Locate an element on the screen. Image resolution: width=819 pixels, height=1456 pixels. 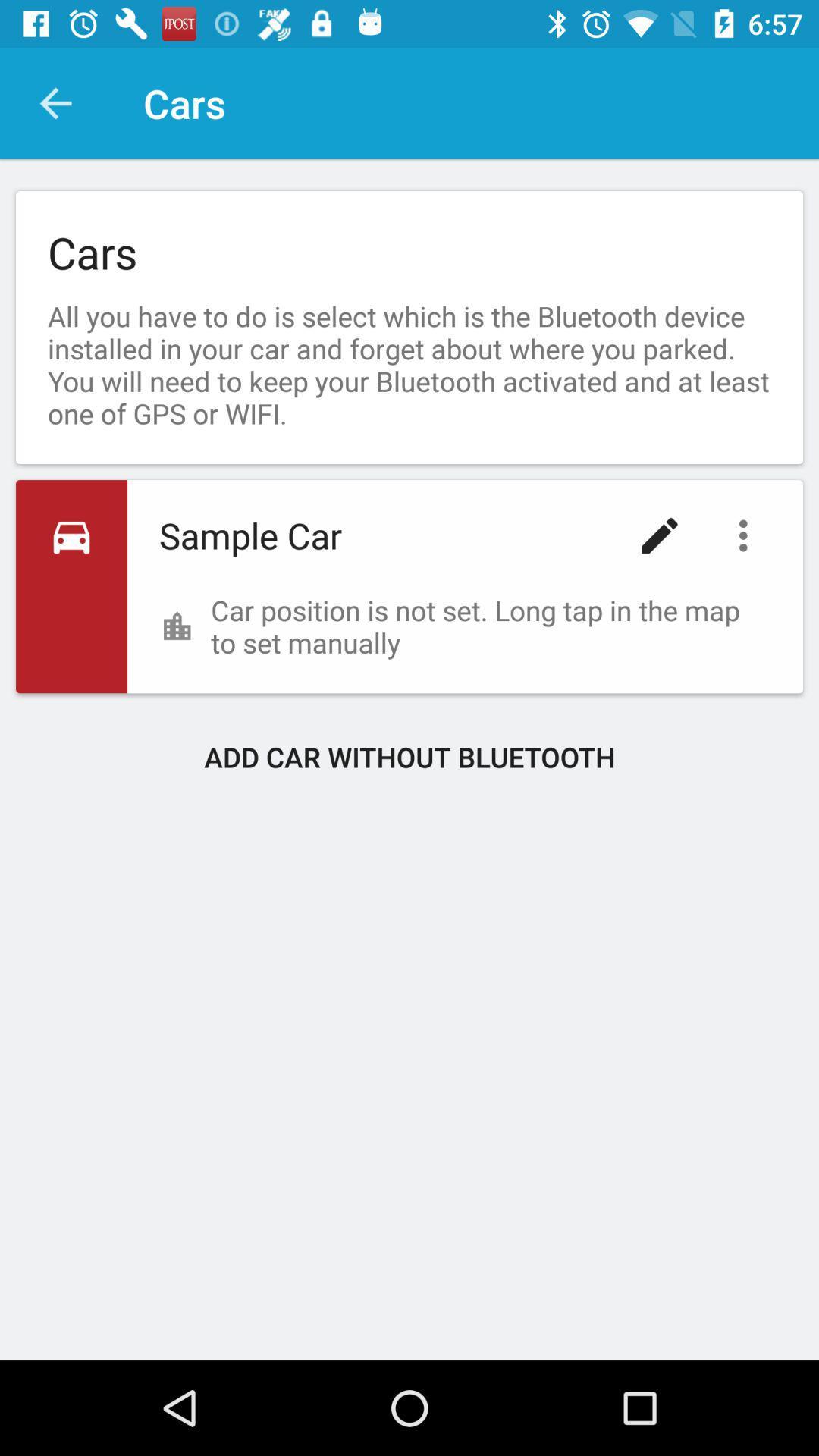
icon above the car position is is located at coordinates (659, 535).